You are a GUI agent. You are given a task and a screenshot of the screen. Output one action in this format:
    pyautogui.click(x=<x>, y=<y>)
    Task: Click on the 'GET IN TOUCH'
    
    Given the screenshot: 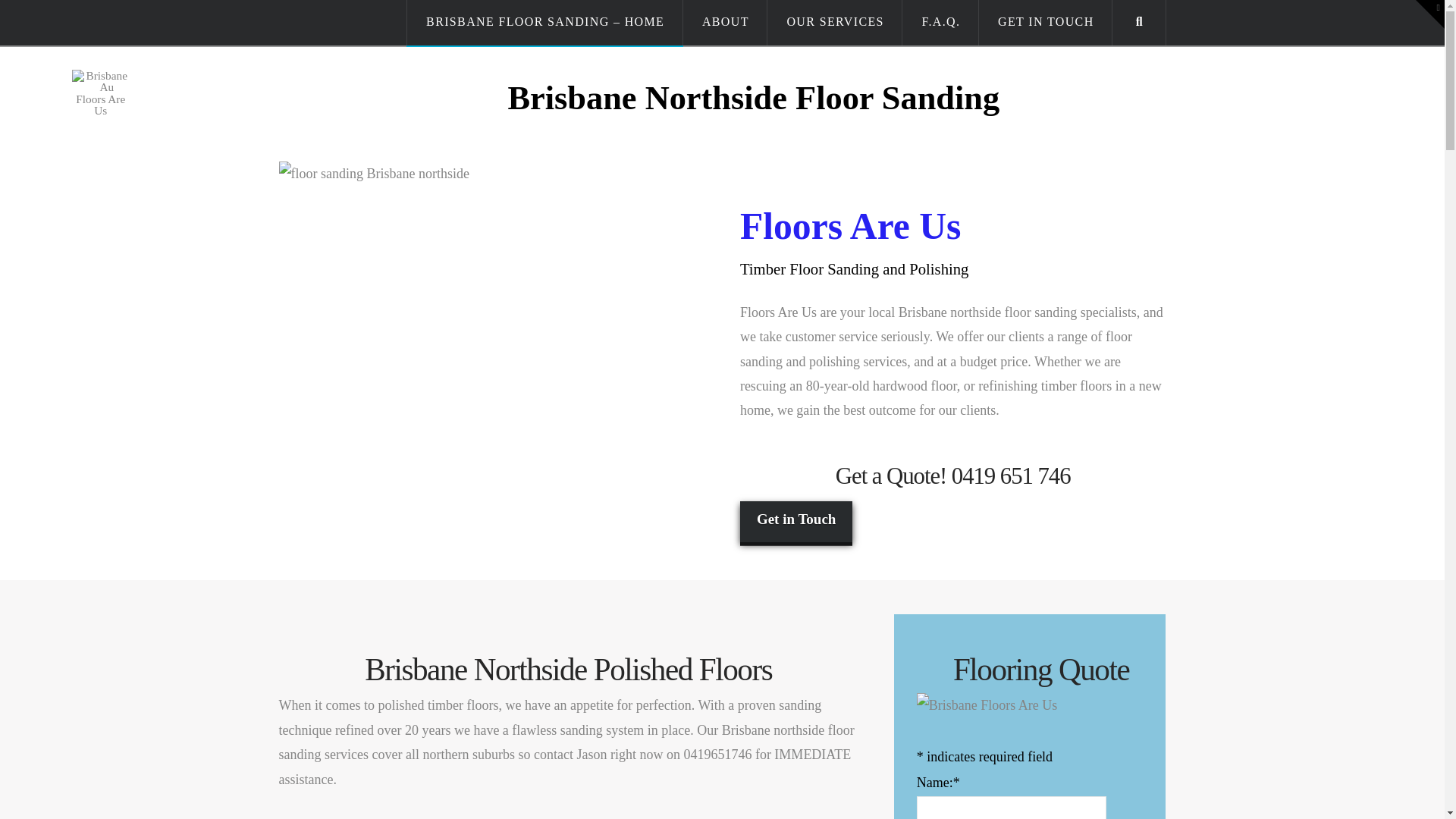 What is the action you would take?
    pyautogui.click(x=1044, y=23)
    